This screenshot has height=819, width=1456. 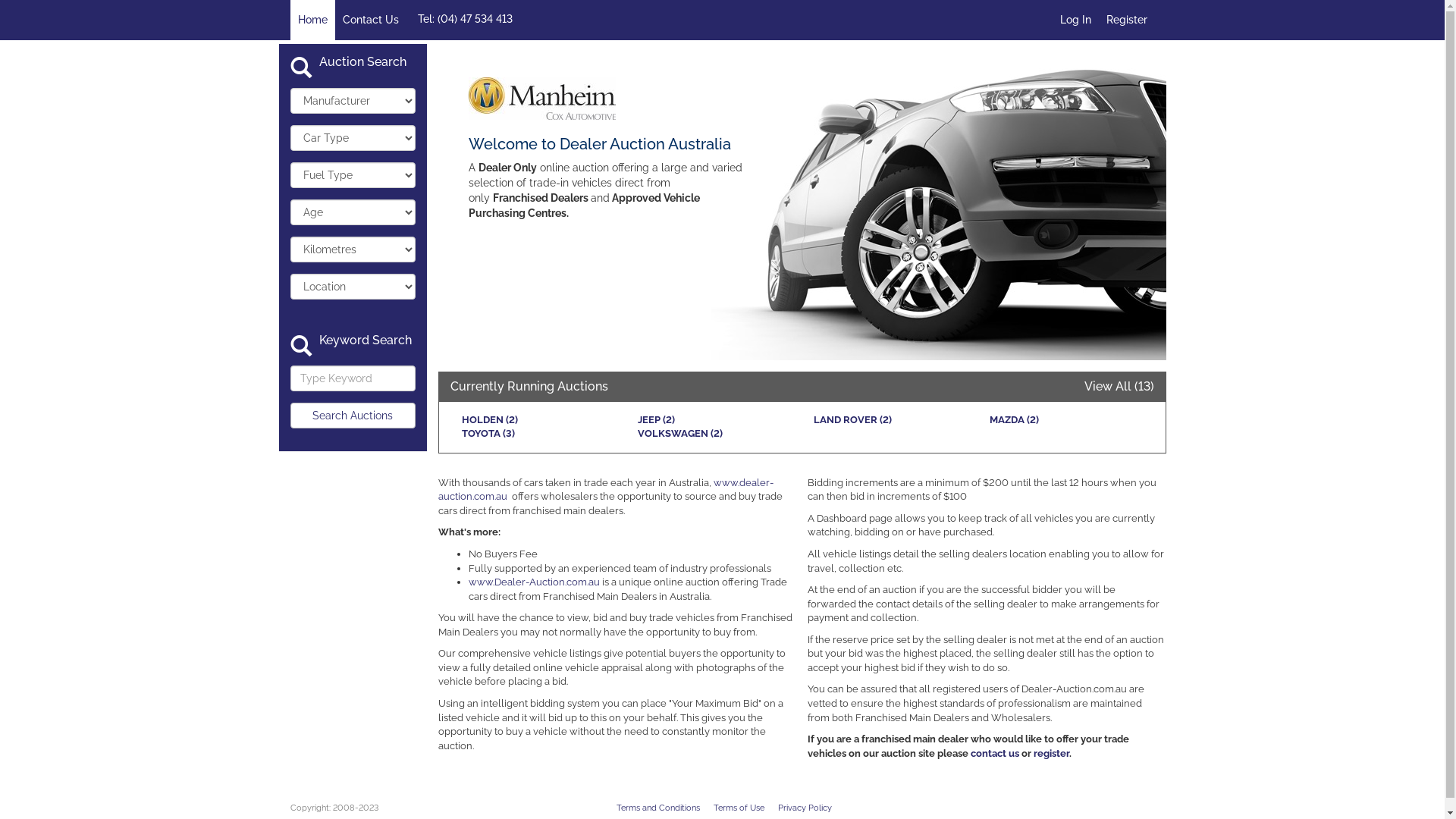 I want to click on 'Home', so click(x=311, y=20).